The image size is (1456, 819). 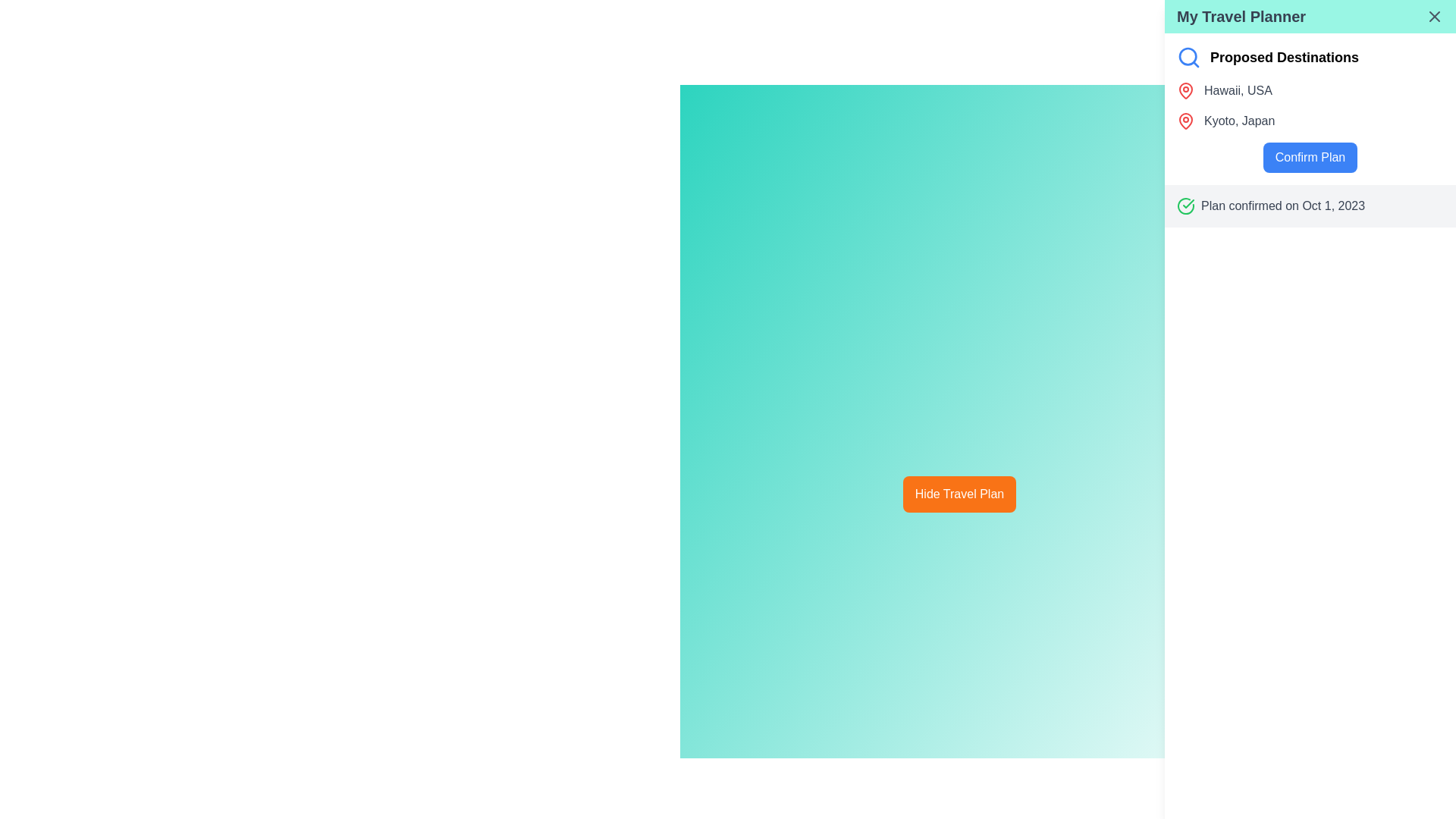 What do you see at coordinates (1282, 206) in the screenshot?
I see `text label displaying 'Plan confirmed on Oct 1, 2023,' which is positioned in the right-side panel of the 'My Travel Planner' section, beneath the 'Confirm Plan' button and to the right of a green checkmark icon` at bounding box center [1282, 206].